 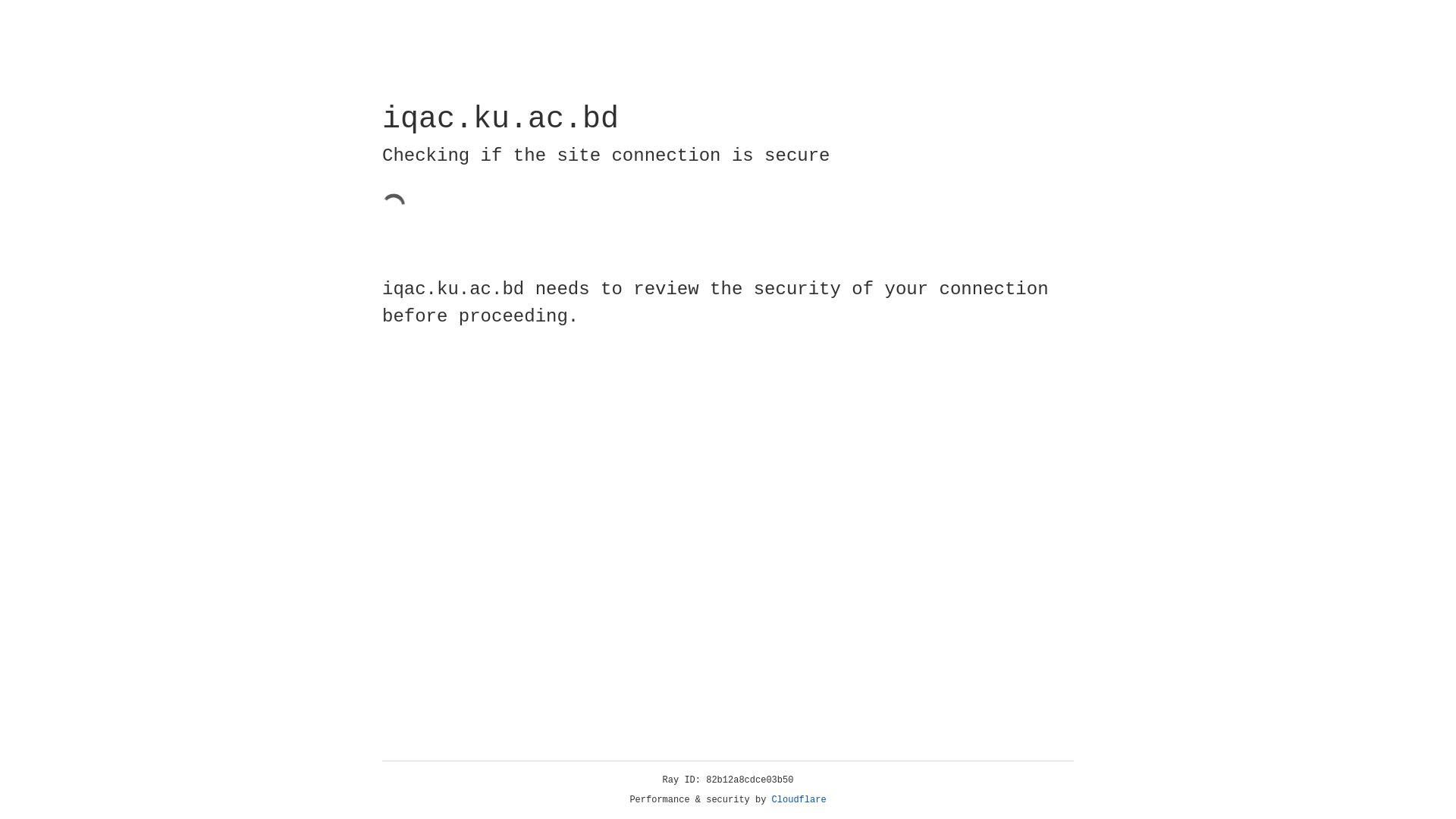 What do you see at coordinates (771, 799) in the screenshot?
I see `'Cloudflare'` at bounding box center [771, 799].